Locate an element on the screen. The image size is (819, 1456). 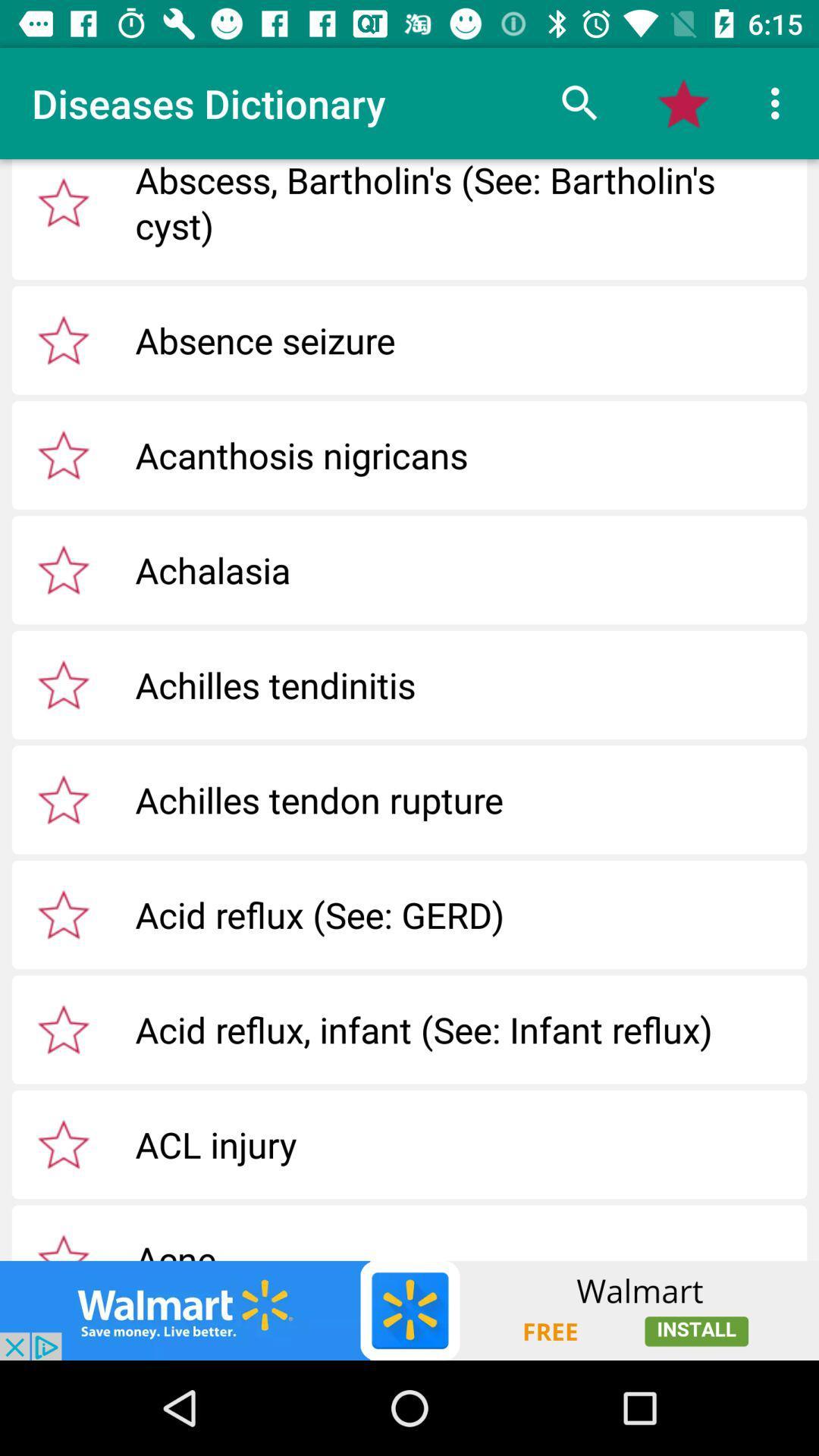
set as important is located at coordinates (63, 683).